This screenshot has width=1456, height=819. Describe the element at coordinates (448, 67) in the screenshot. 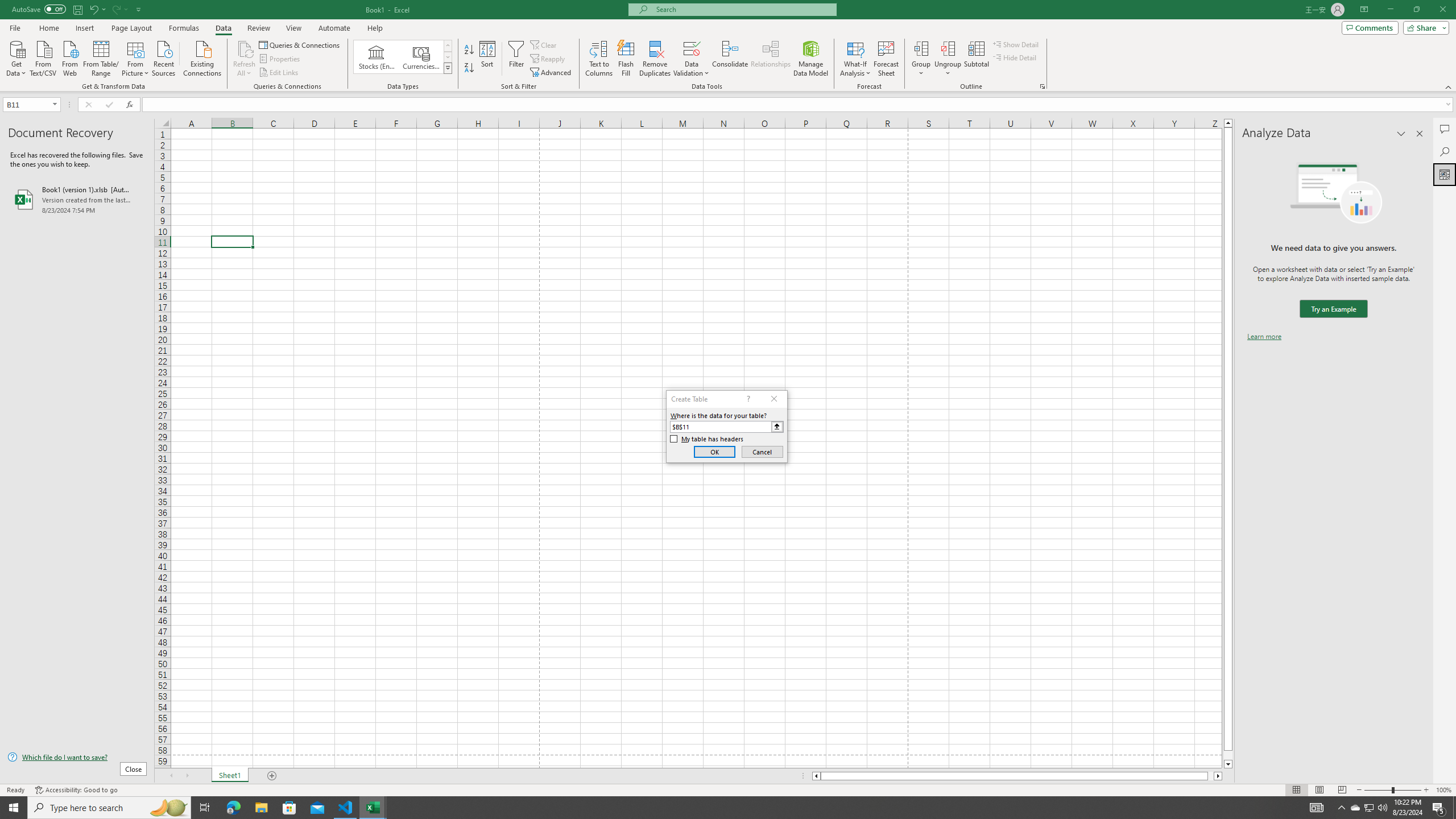

I see `'Data Types'` at that location.